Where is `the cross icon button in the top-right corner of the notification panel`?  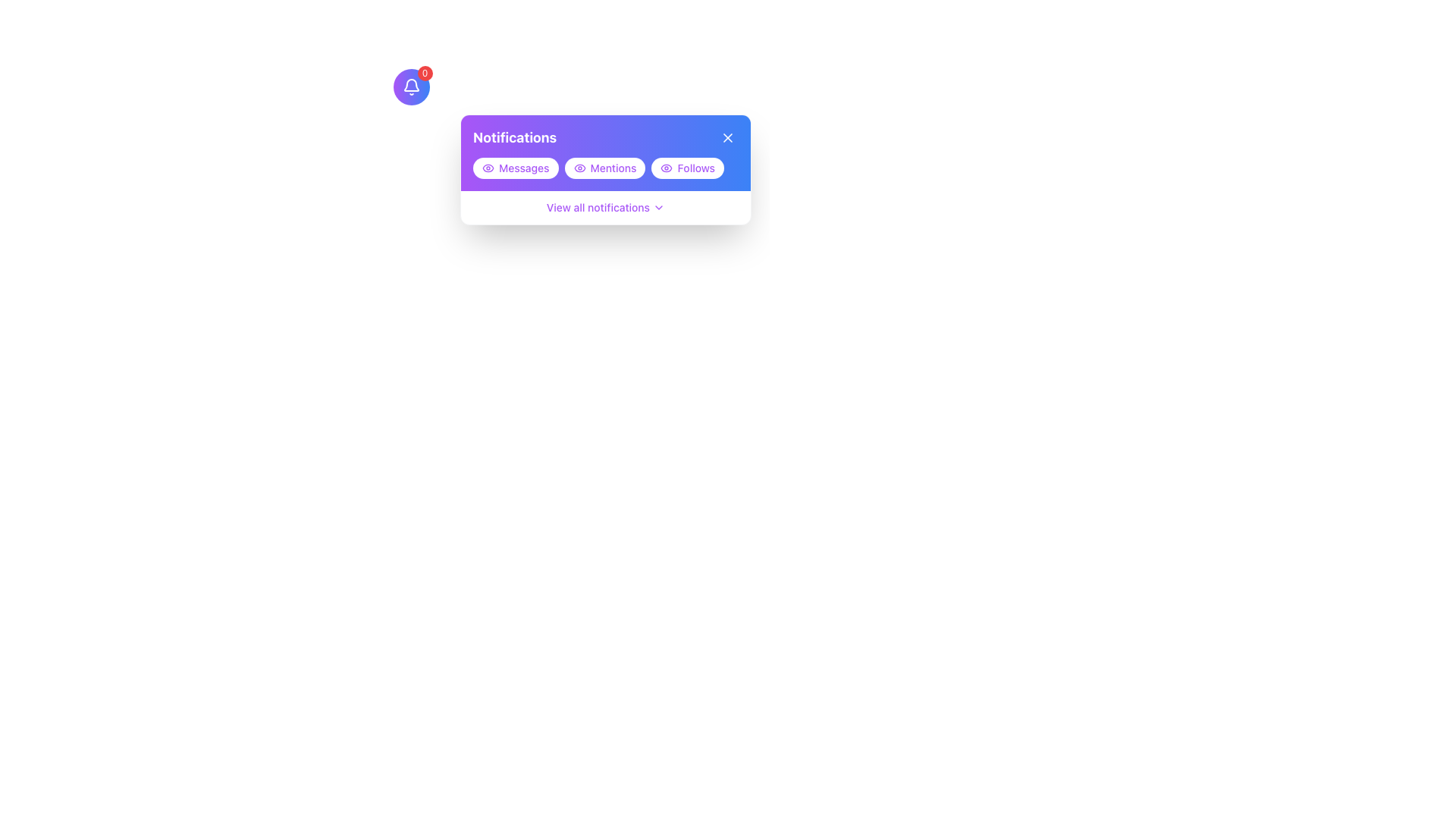 the cross icon button in the top-right corner of the notification panel is located at coordinates (728, 137).